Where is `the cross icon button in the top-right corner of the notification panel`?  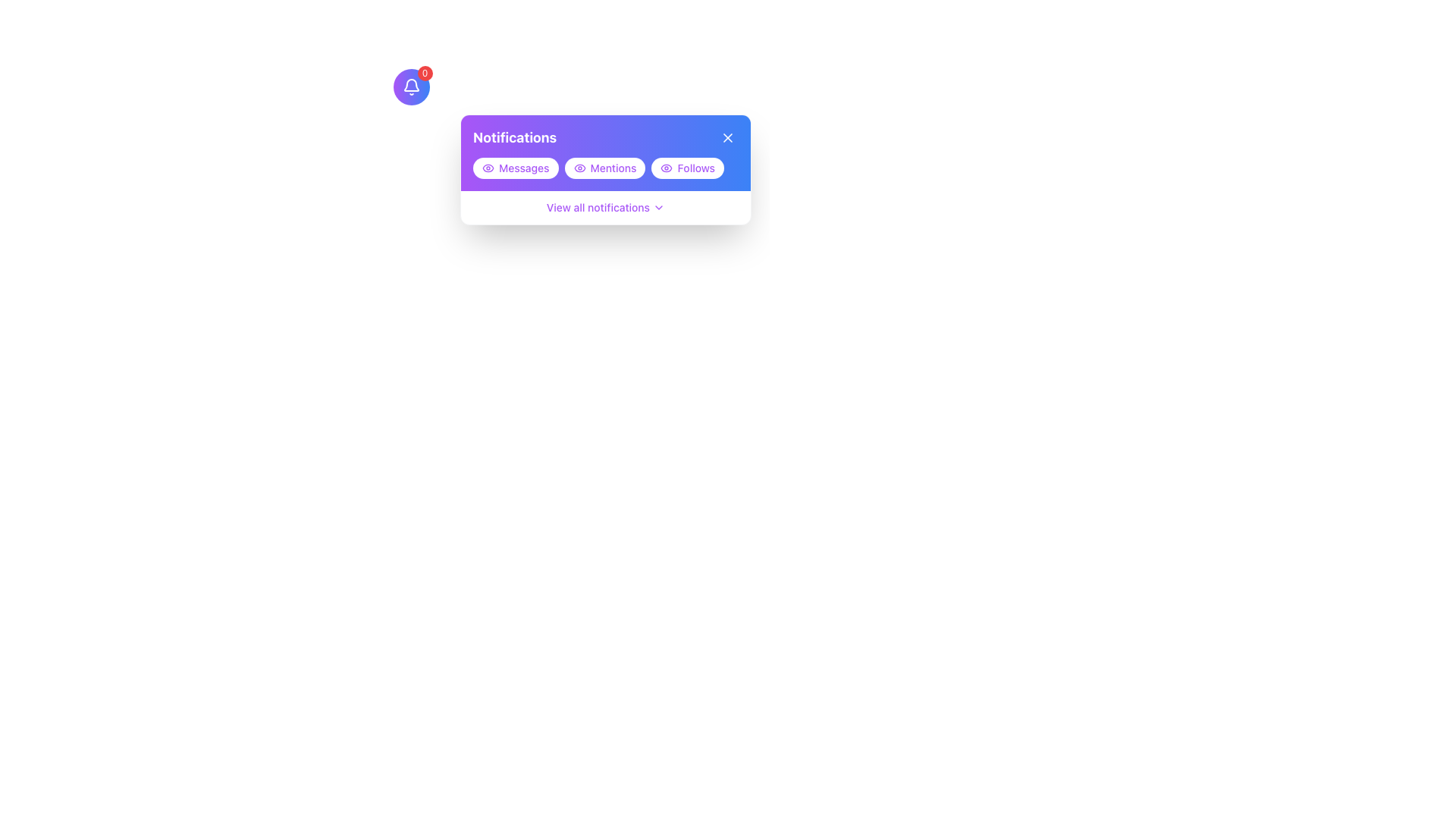 the cross icon button in the top-right corner of the notification panel is located at coordinates (728, 137).